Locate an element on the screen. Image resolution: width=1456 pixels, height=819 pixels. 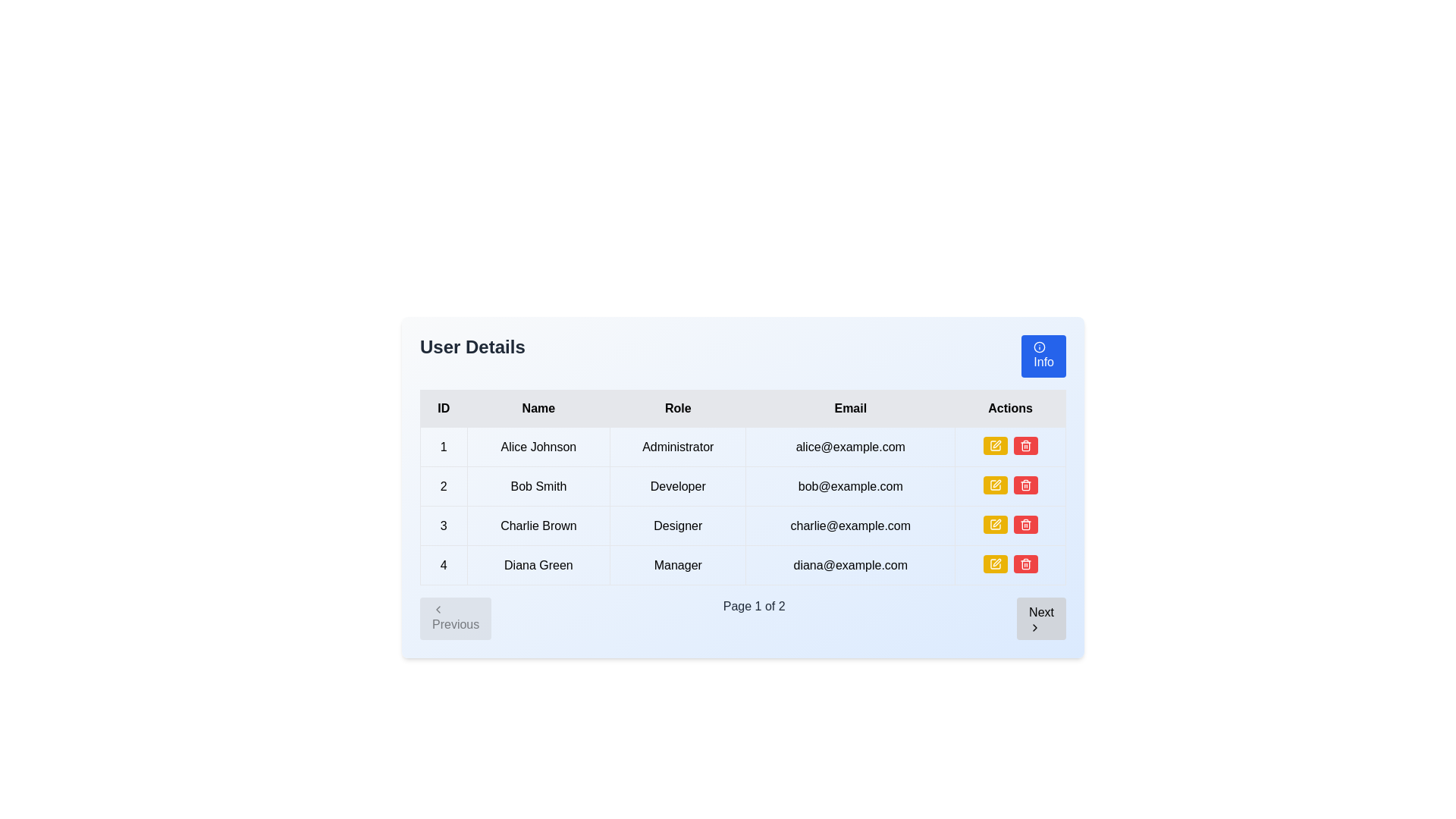
the table cell containing the text '1' in the 'ID' column, which is the first cell in the first row of the table is located at coordinates (443, 446).